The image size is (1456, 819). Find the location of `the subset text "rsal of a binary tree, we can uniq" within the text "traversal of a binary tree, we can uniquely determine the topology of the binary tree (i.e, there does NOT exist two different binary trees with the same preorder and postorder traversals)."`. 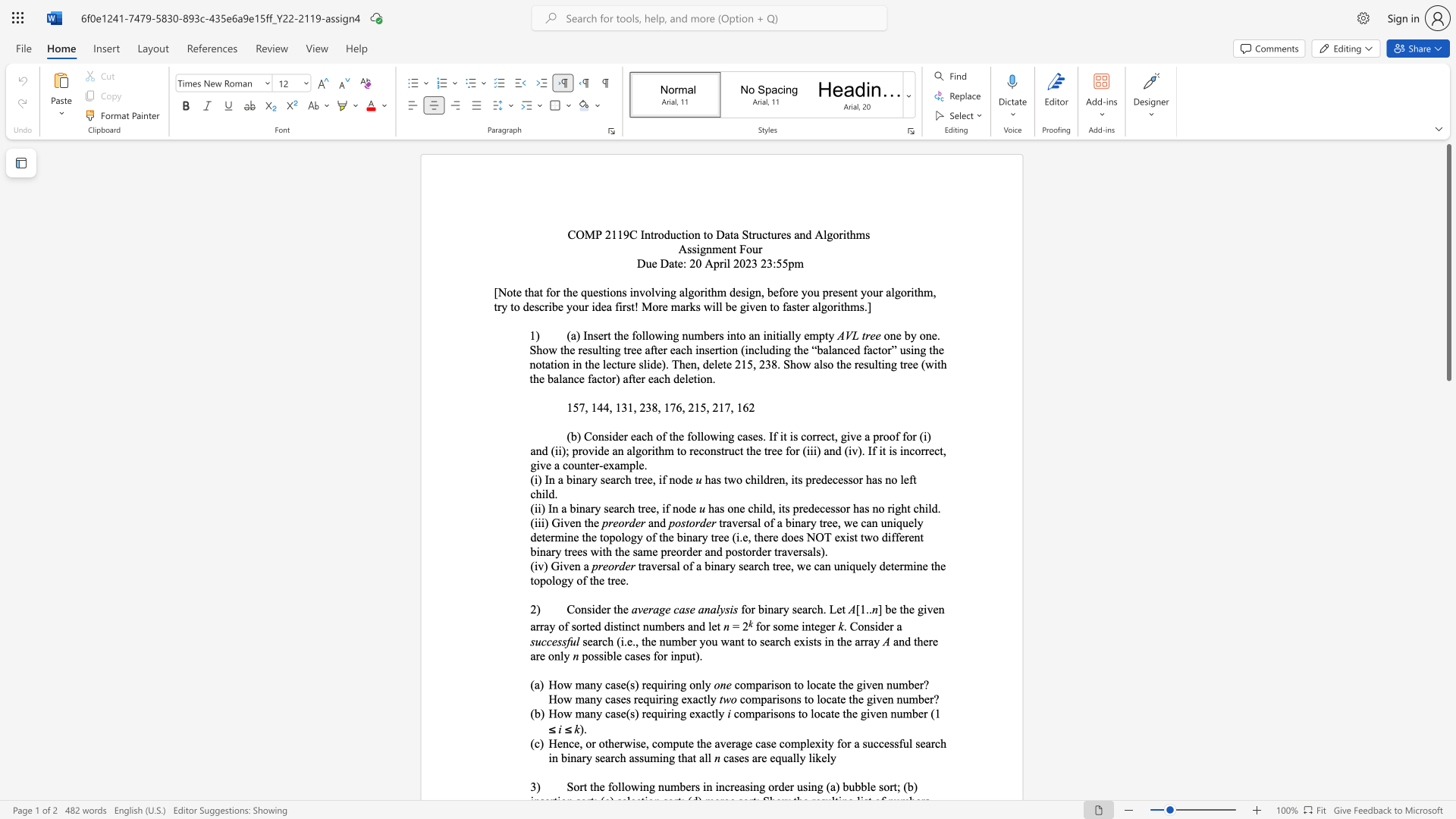

the subset text "rsal of a binary tree, we can uniq" within the text "traversal of a binary tree, we can uniquely determine the topology of the binary tree (i.e, there does NOT exist two different binary trees with the same preorder and postorder traversals)." is located at coordinates (743, 522).